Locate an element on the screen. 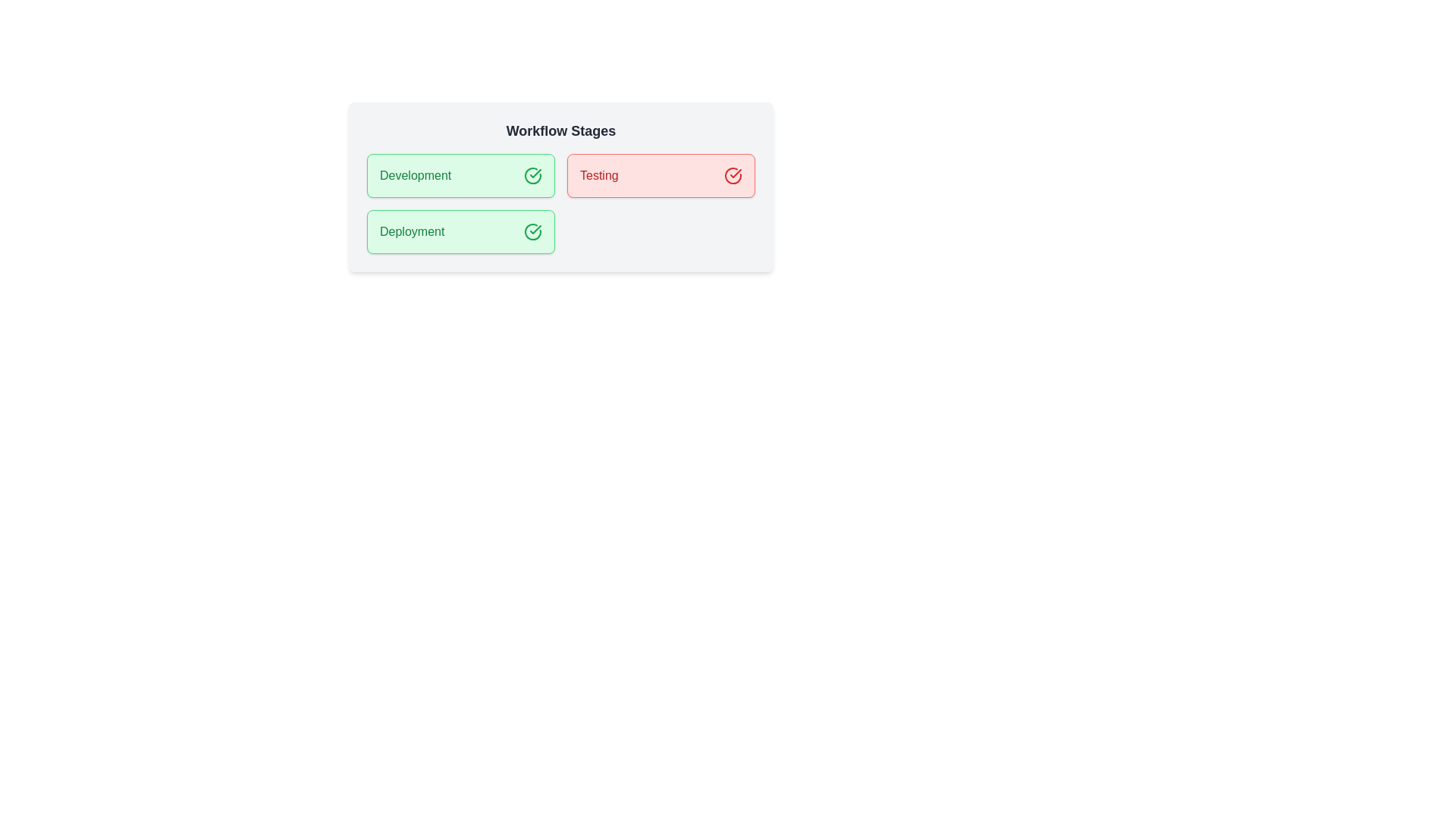  the 'Development' stage text label located inside the green card at the top-left of the workflow stages list is located at coordinates (416, 174).